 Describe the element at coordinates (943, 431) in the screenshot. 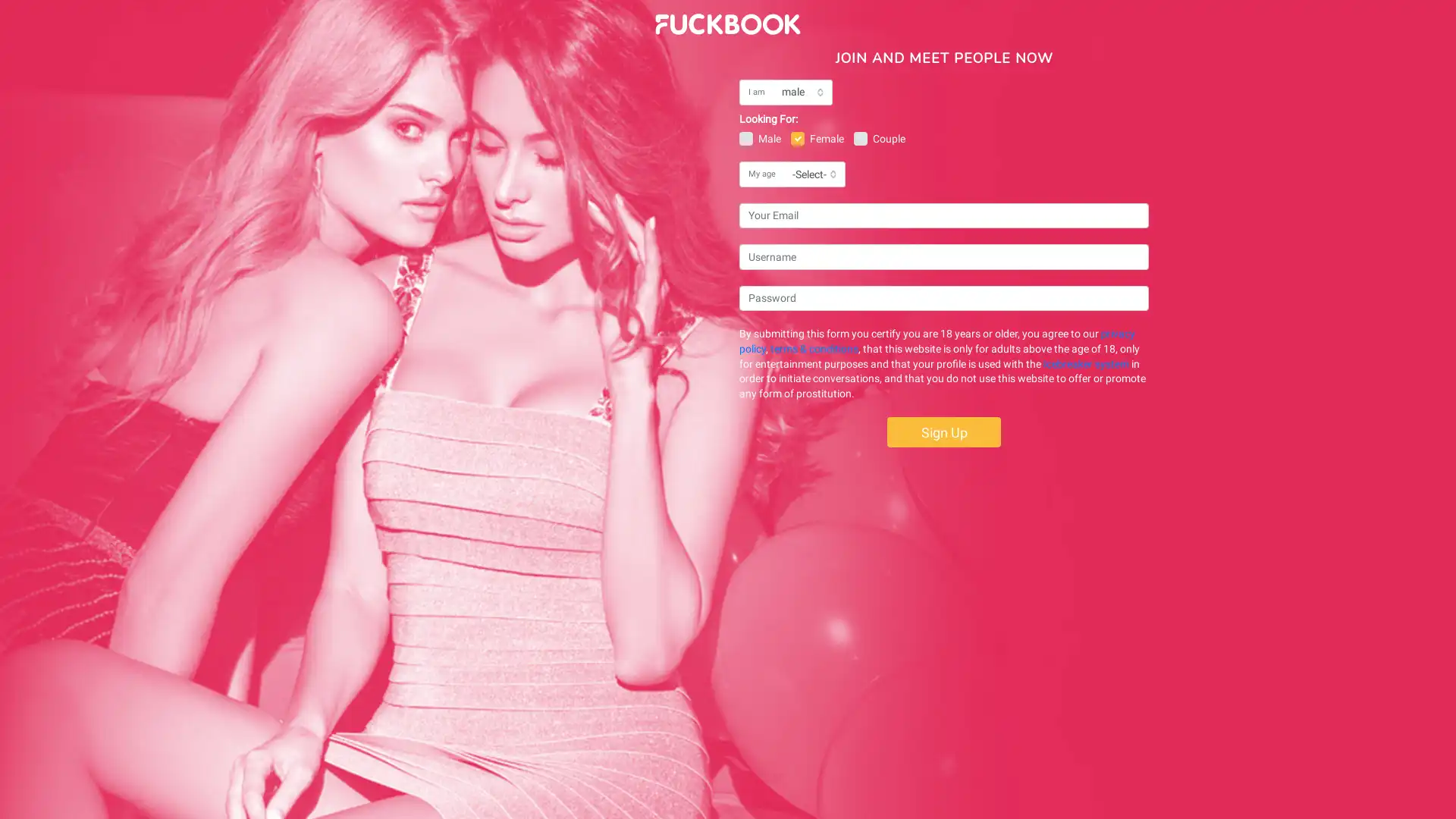

I see `Sign Up` at that location.